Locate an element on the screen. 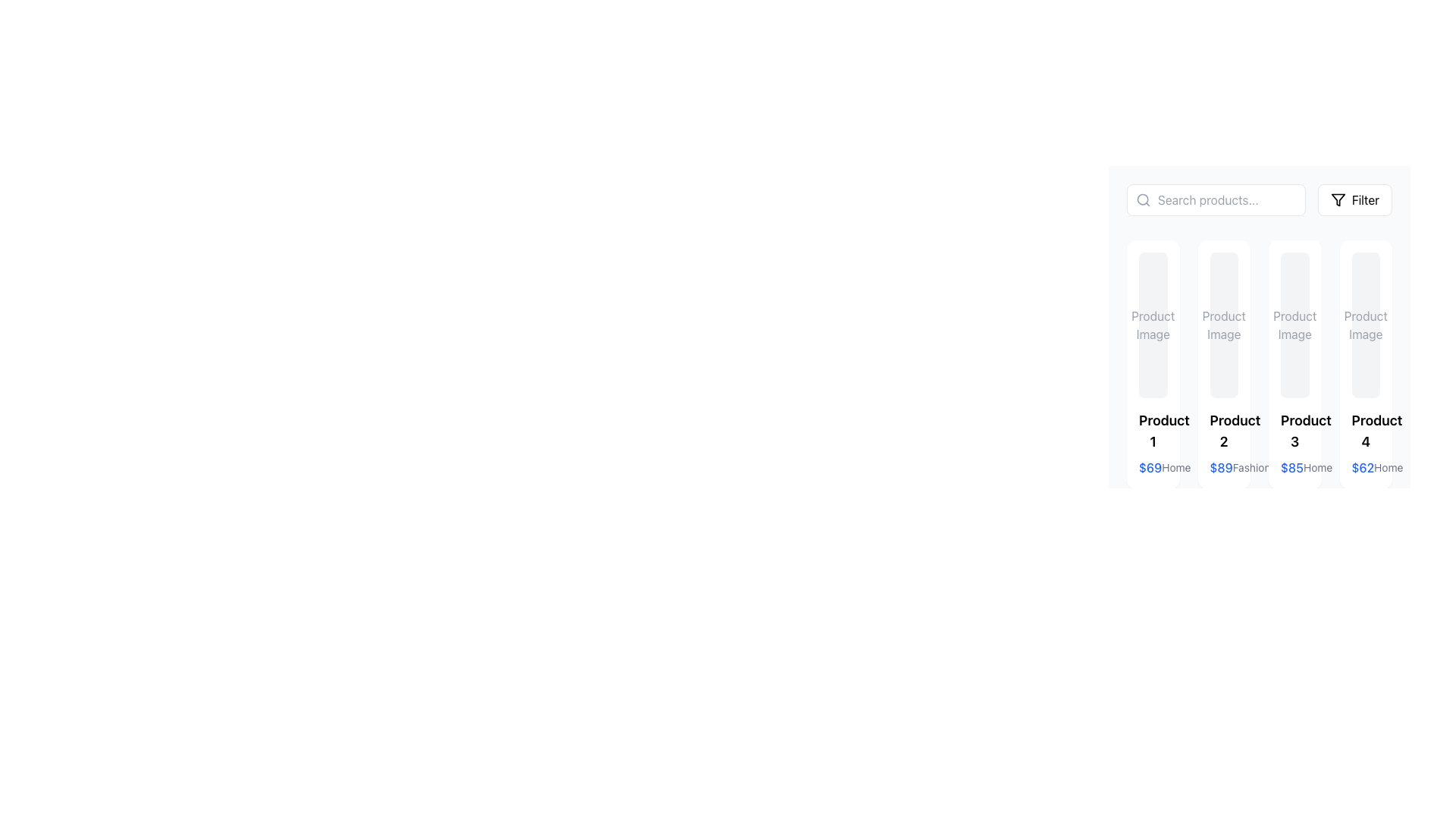 This screenshot has height=819, width=1456. text label indicating the filter function on the button located in the top-right corner of the card layout, next to the funnel icon is located at coordinates (1365, 199).